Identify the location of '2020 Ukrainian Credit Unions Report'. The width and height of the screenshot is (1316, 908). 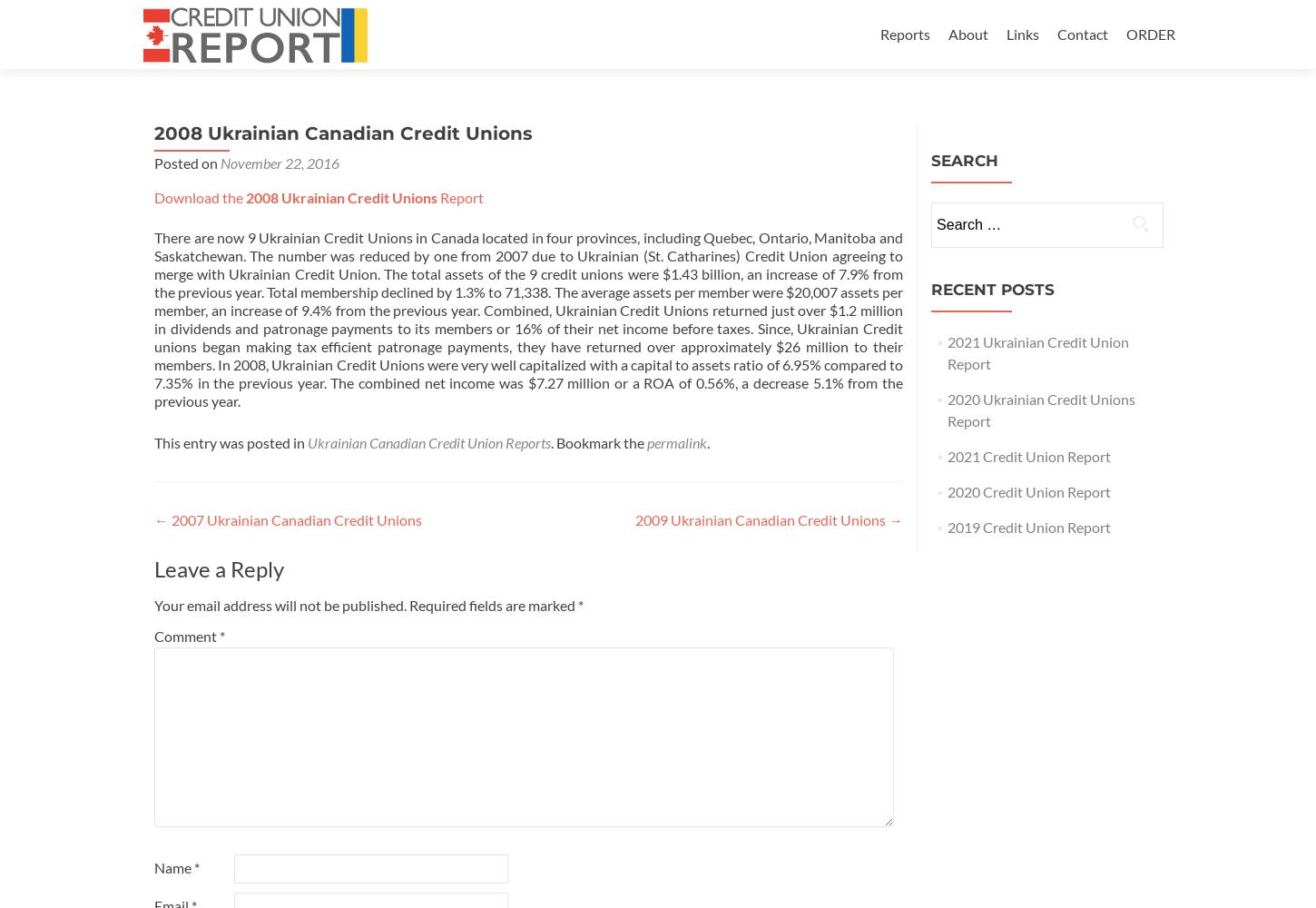
(1039, 409).